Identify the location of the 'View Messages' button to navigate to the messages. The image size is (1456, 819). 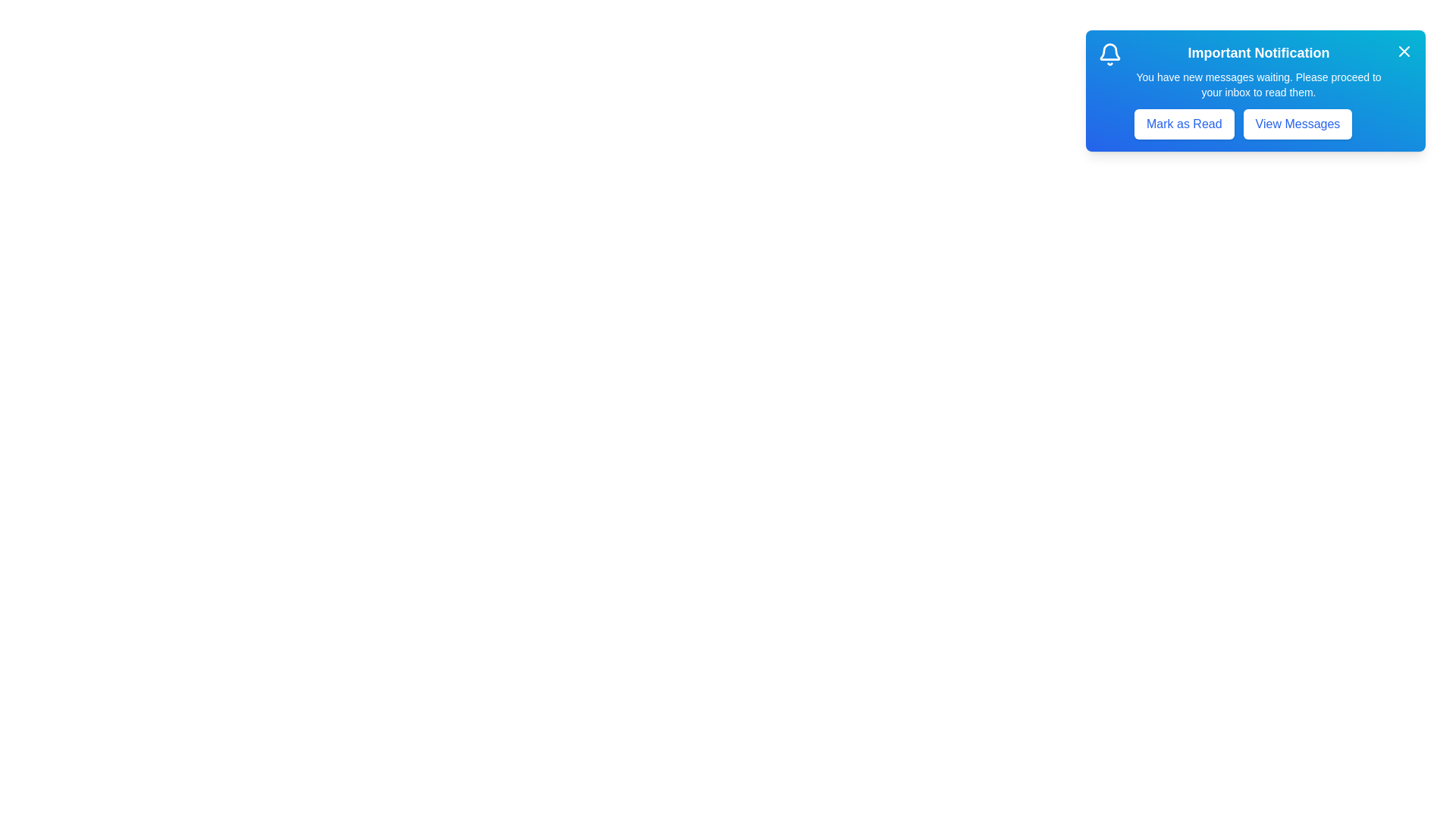
(1296, 124).